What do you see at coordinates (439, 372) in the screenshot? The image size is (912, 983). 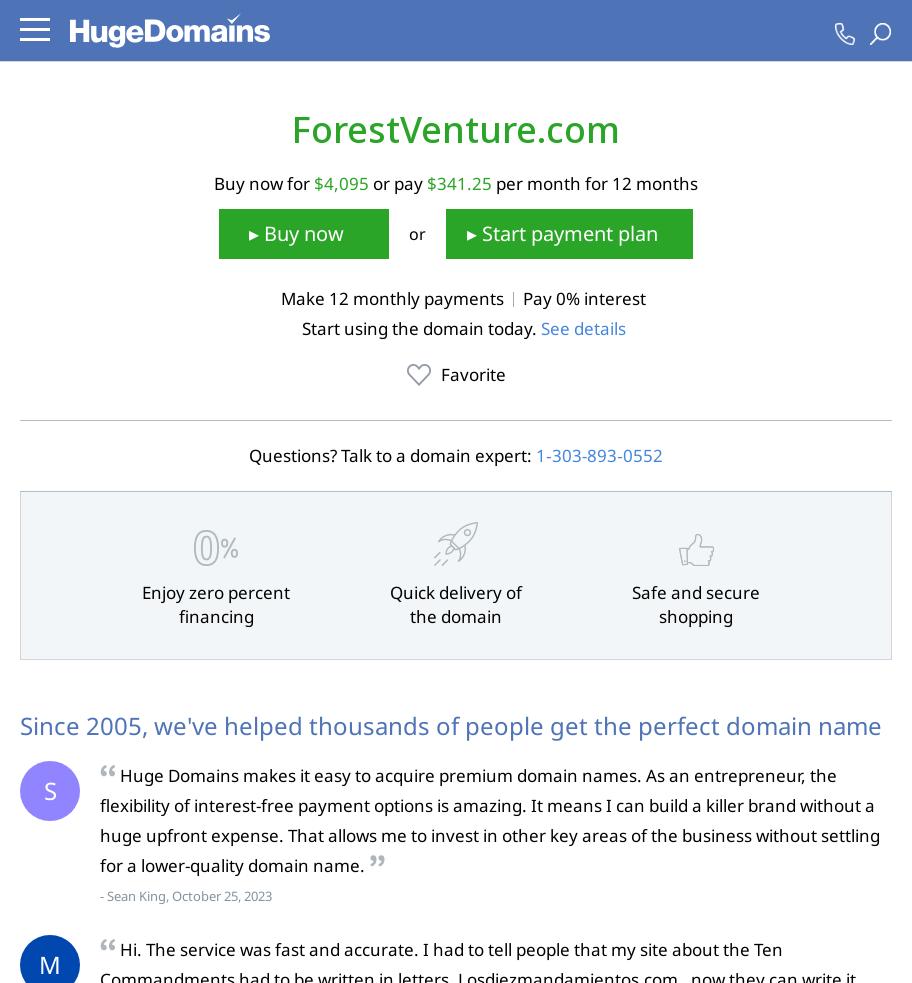 I see `'Favorite'` at bounding box center [439, 372].